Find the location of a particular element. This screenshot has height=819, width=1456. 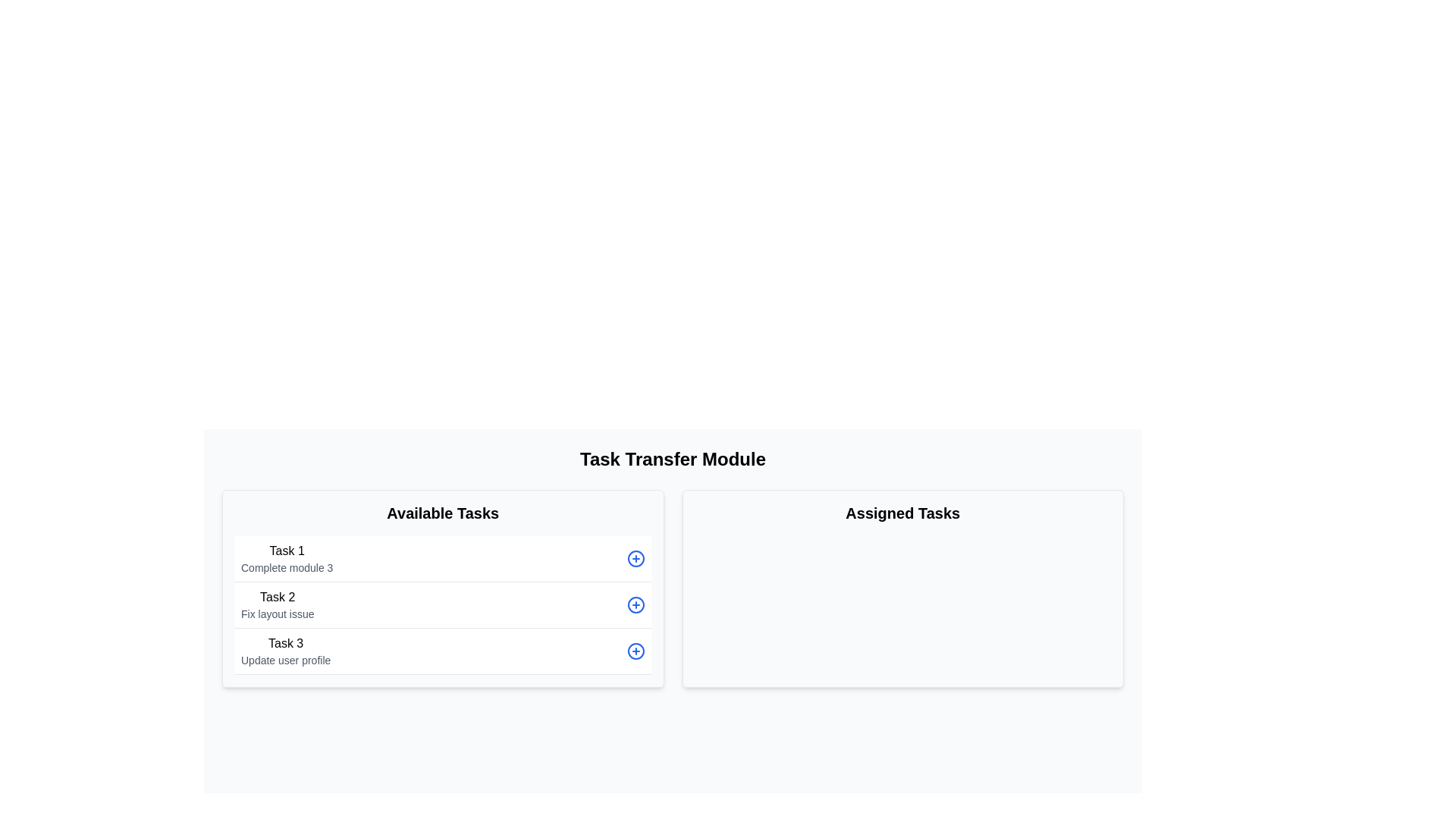

the circular boundary of the 'circle-plus' icon, which represents an additive action, located adjacent to the third task entry in the 'Available Tasks' column is located at coordinates (635, 651).